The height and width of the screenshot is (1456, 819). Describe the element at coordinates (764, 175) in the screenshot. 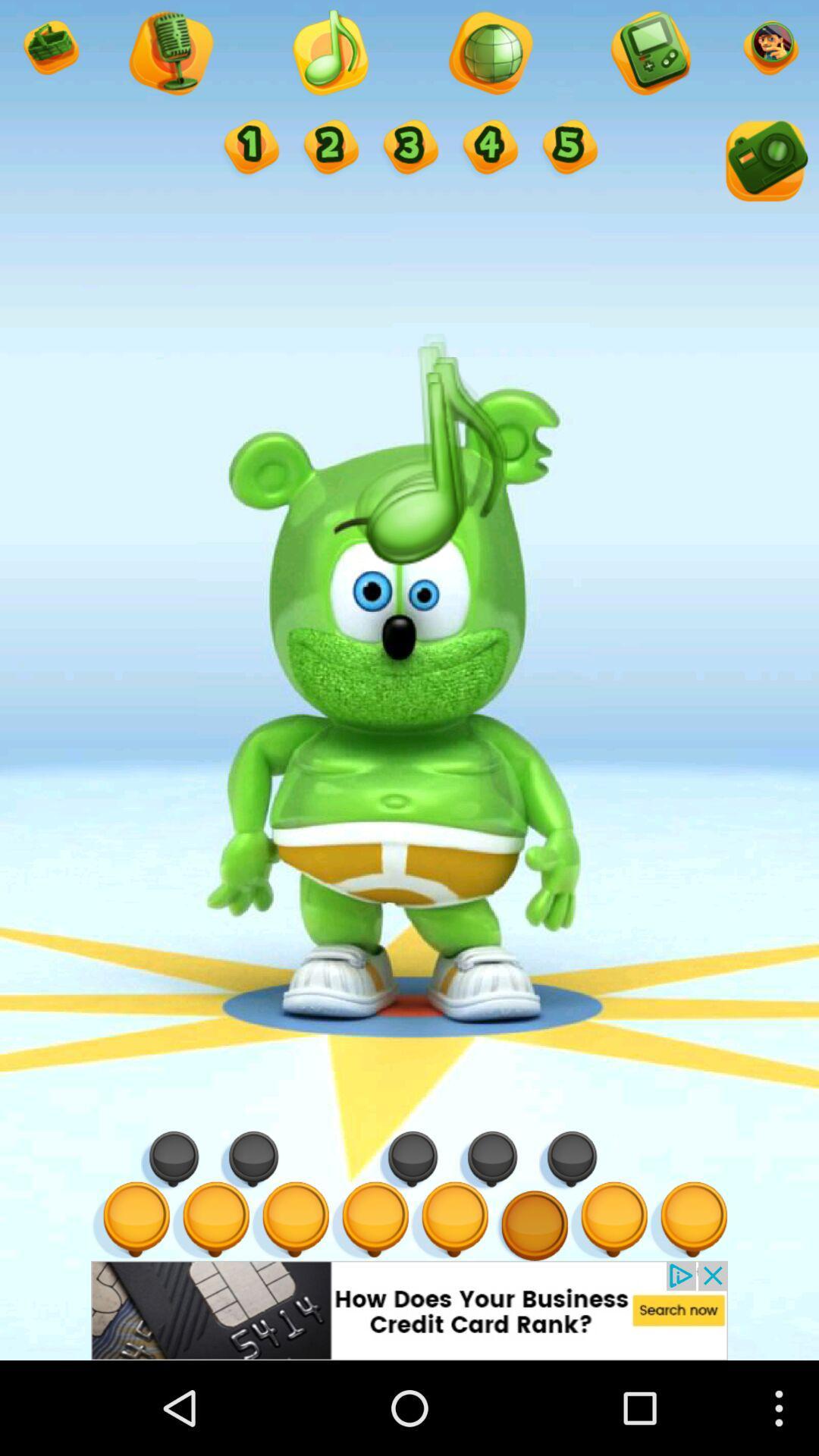

I see `the photo icon` at that location.